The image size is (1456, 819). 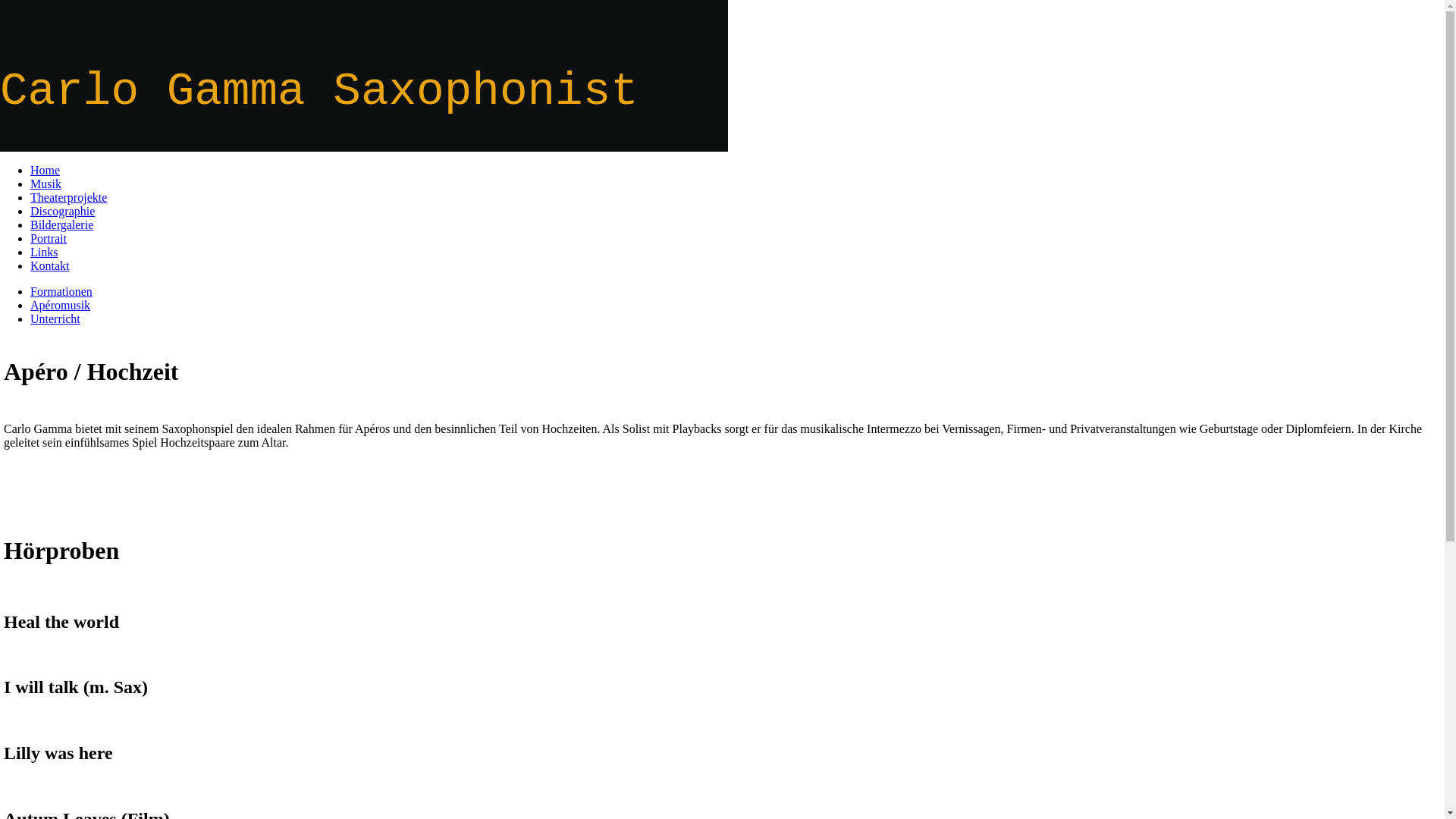 What do you see at coordinates (61, 291) in the screenshot?
I see `'Formationen'` at bounding box center [61, 291].